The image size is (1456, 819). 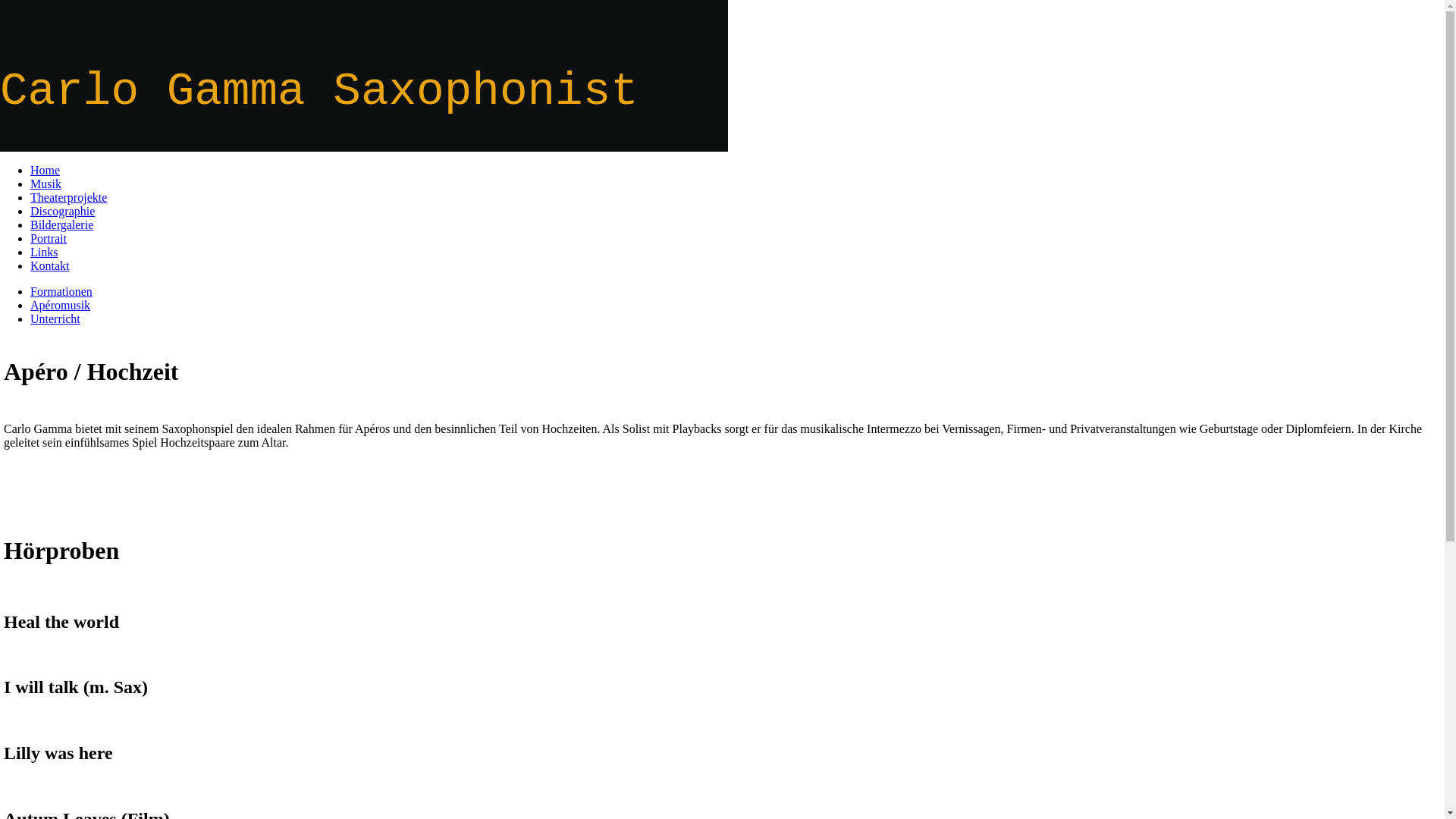 What do you see at coordinates (61, 291) in the screenshot?
I see `'Formationen'` at bounding box center [61, 291].